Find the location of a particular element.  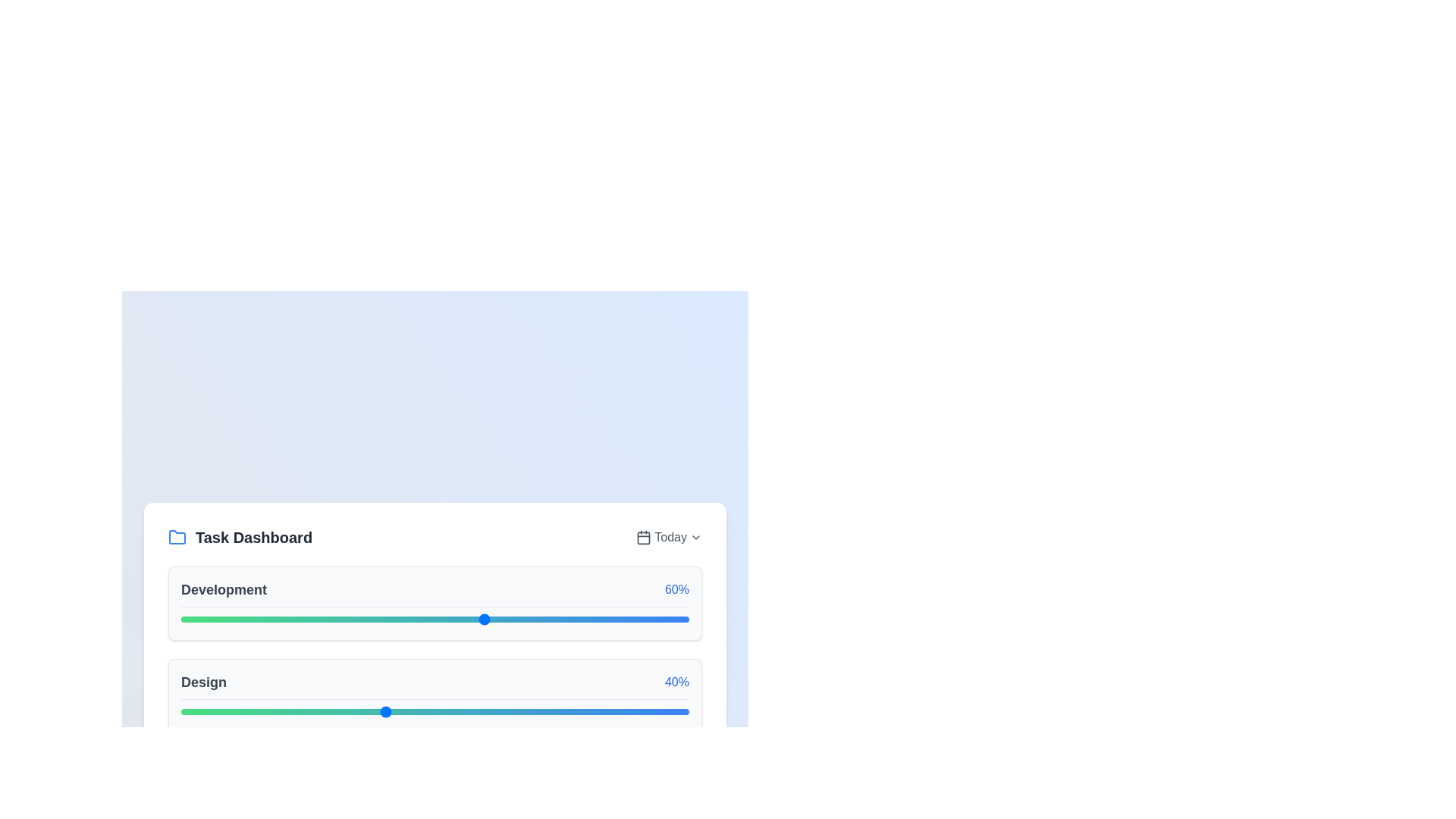

displayed text of the Text Label that shows the currently selected date, located between the calendar icon and dropdown arrow in the Task Dashboard card is located at coordinates (670, 537).